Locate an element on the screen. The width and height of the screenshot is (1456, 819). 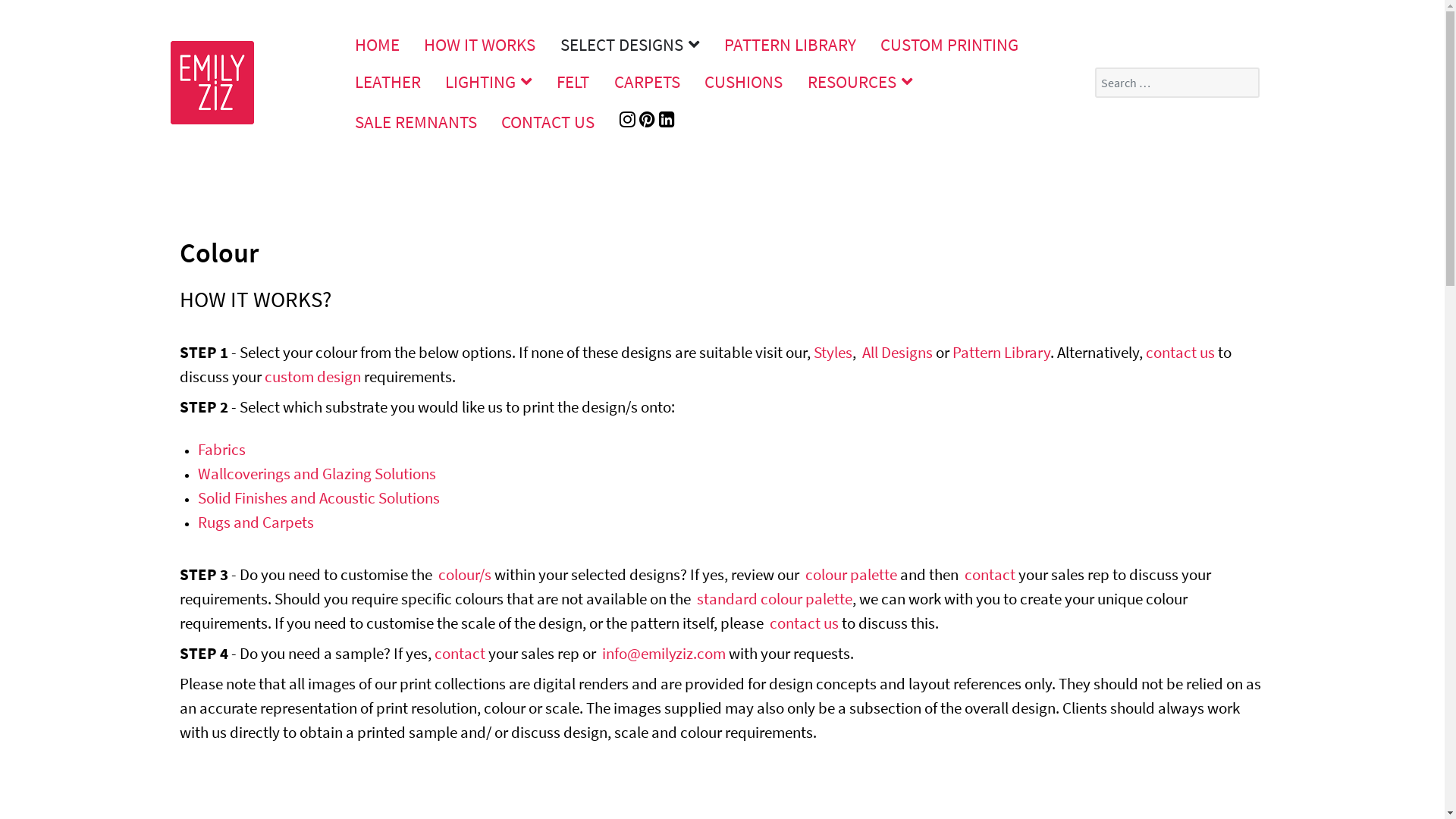
'contact us' is located at coordinates (1178, 352).